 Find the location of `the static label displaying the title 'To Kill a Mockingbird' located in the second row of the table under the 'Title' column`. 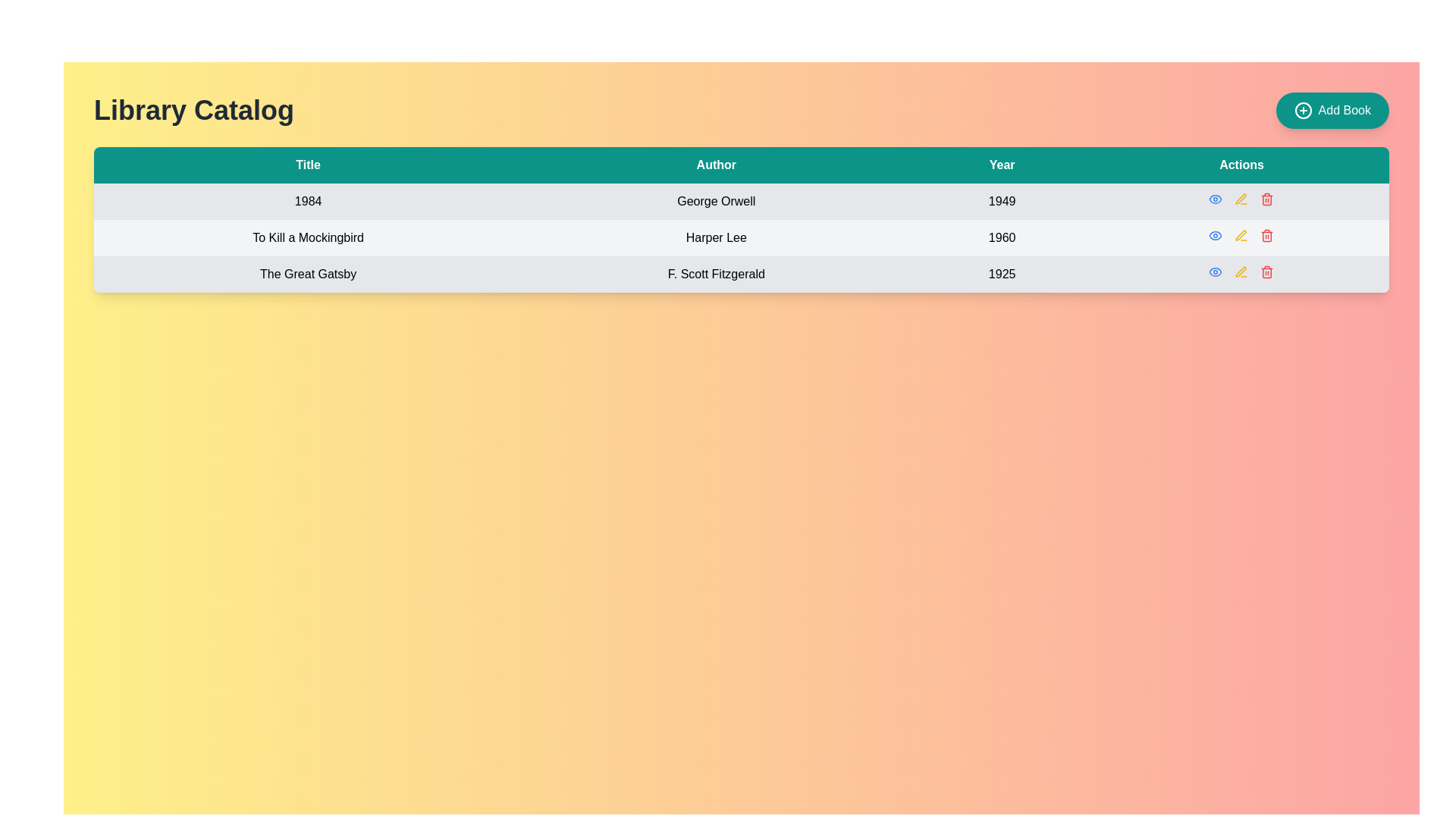

the static label displaying the title 'To Kill a Mockingbird' located in the second row of the table under the 'Title' column is located at coordinates (307, 237).